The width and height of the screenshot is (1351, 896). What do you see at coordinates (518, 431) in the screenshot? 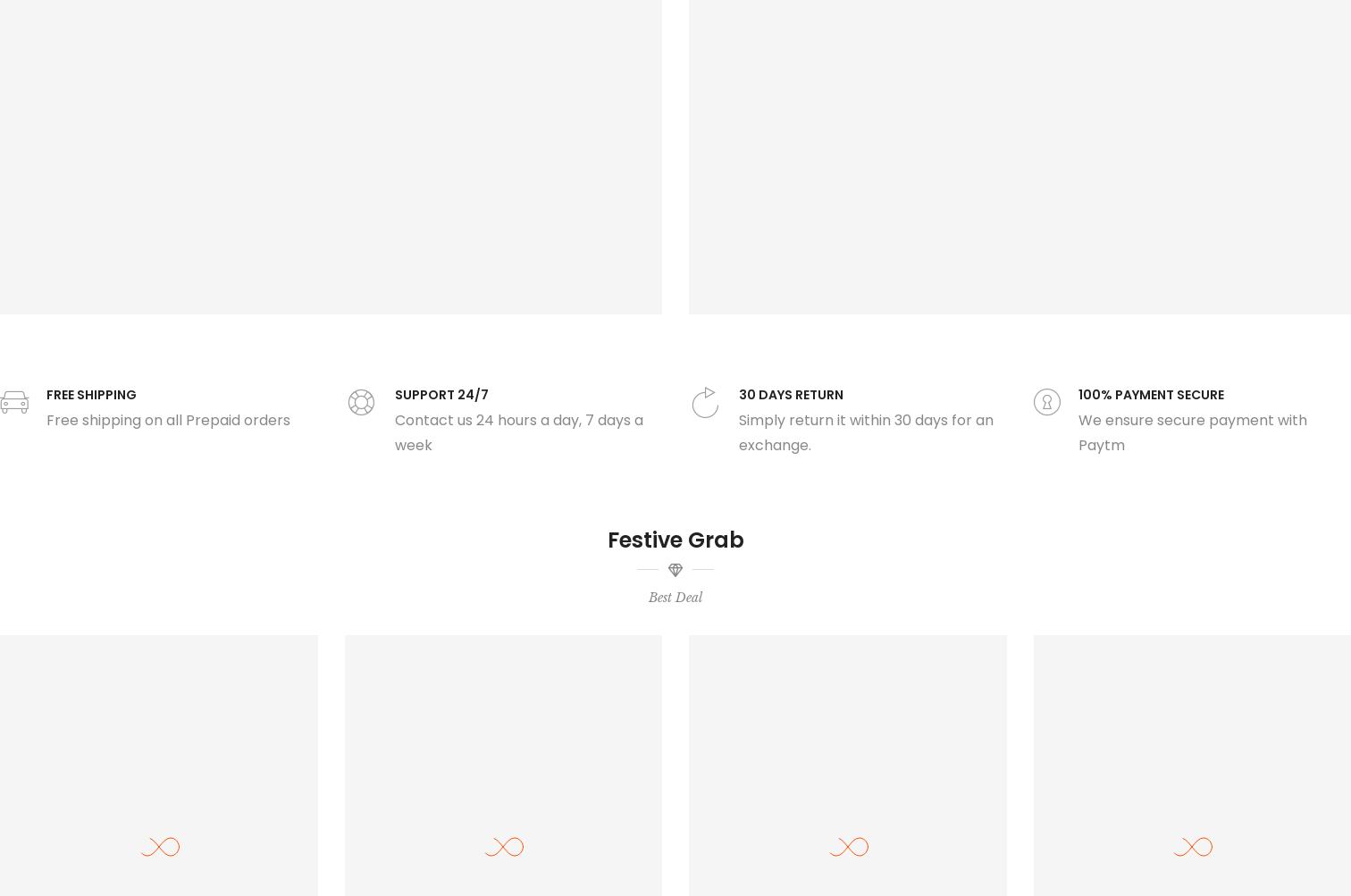
I see `'Contact us 24 hours a day, 7 days a week'` at bounding box center [518, 431].